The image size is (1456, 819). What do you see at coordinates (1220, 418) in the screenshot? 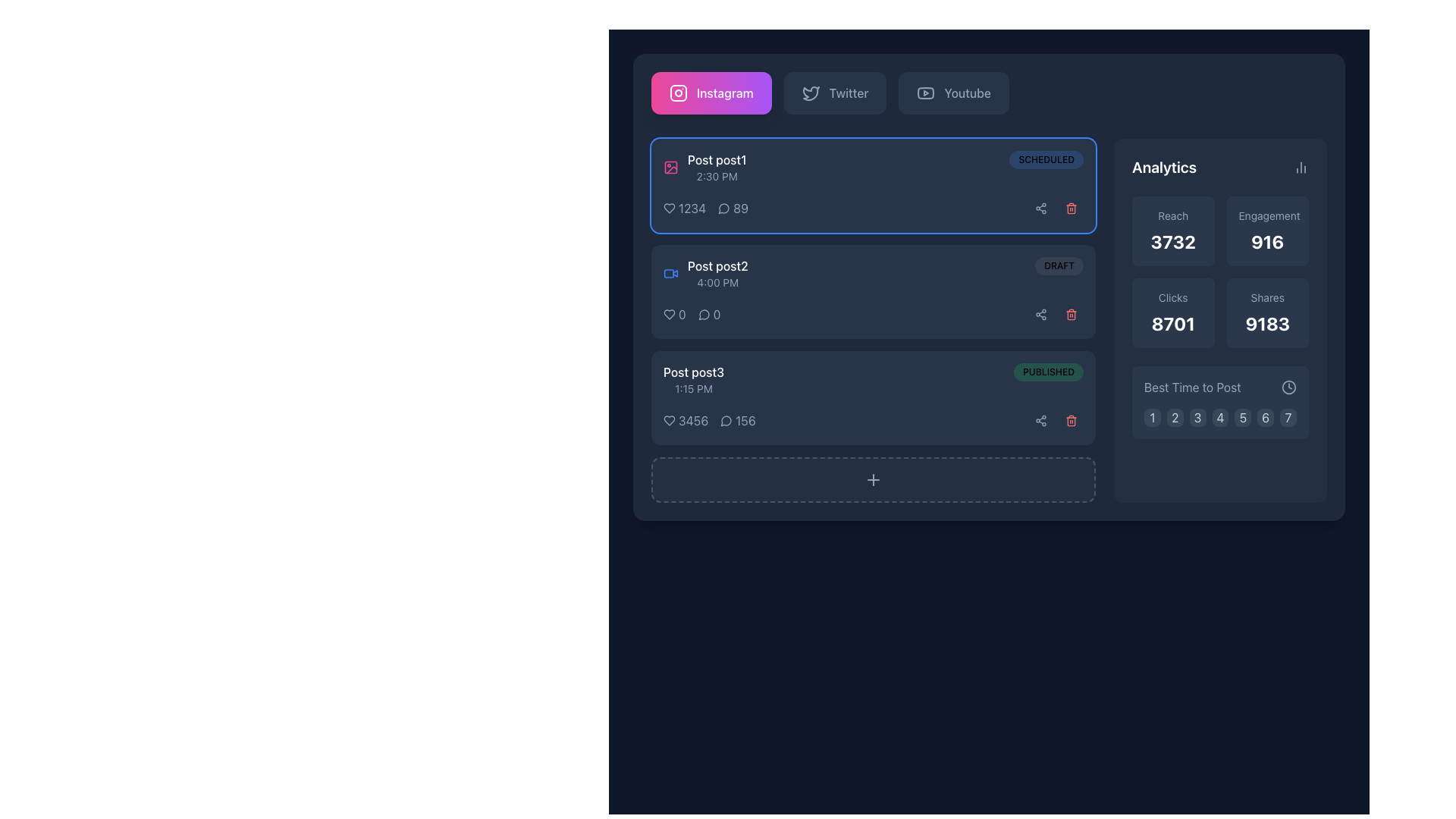
I see `the square-shaped button with a dark slate background and a white number '4'` at bounding box center [1220, 418].